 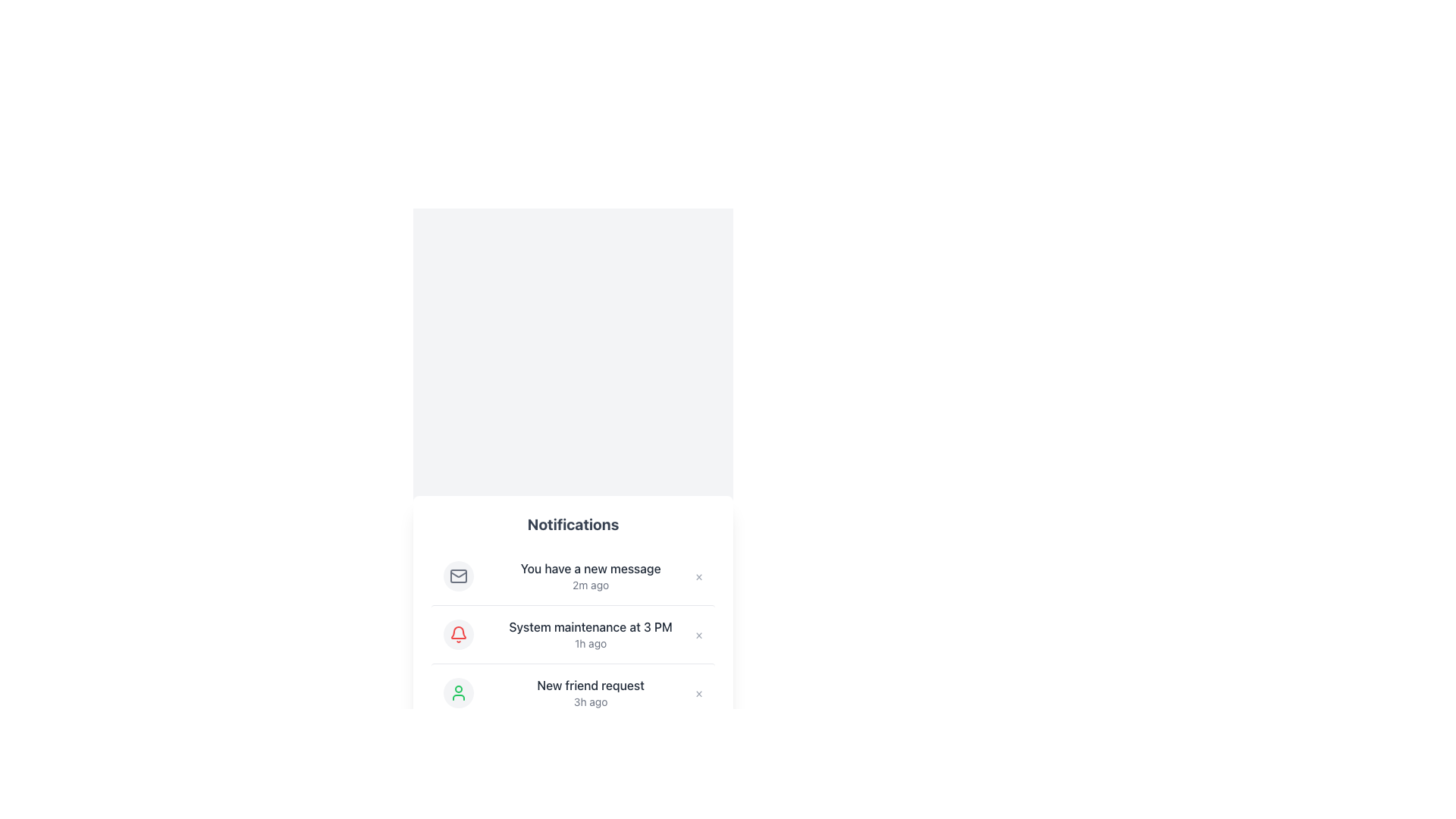 What do you see at coordinates (572, 692) in the screenshot?
I see `the third notification list item component that informs the user about a new friend request received 3 hours ago to navigate or interact with it` at bounding box center [572, 692].